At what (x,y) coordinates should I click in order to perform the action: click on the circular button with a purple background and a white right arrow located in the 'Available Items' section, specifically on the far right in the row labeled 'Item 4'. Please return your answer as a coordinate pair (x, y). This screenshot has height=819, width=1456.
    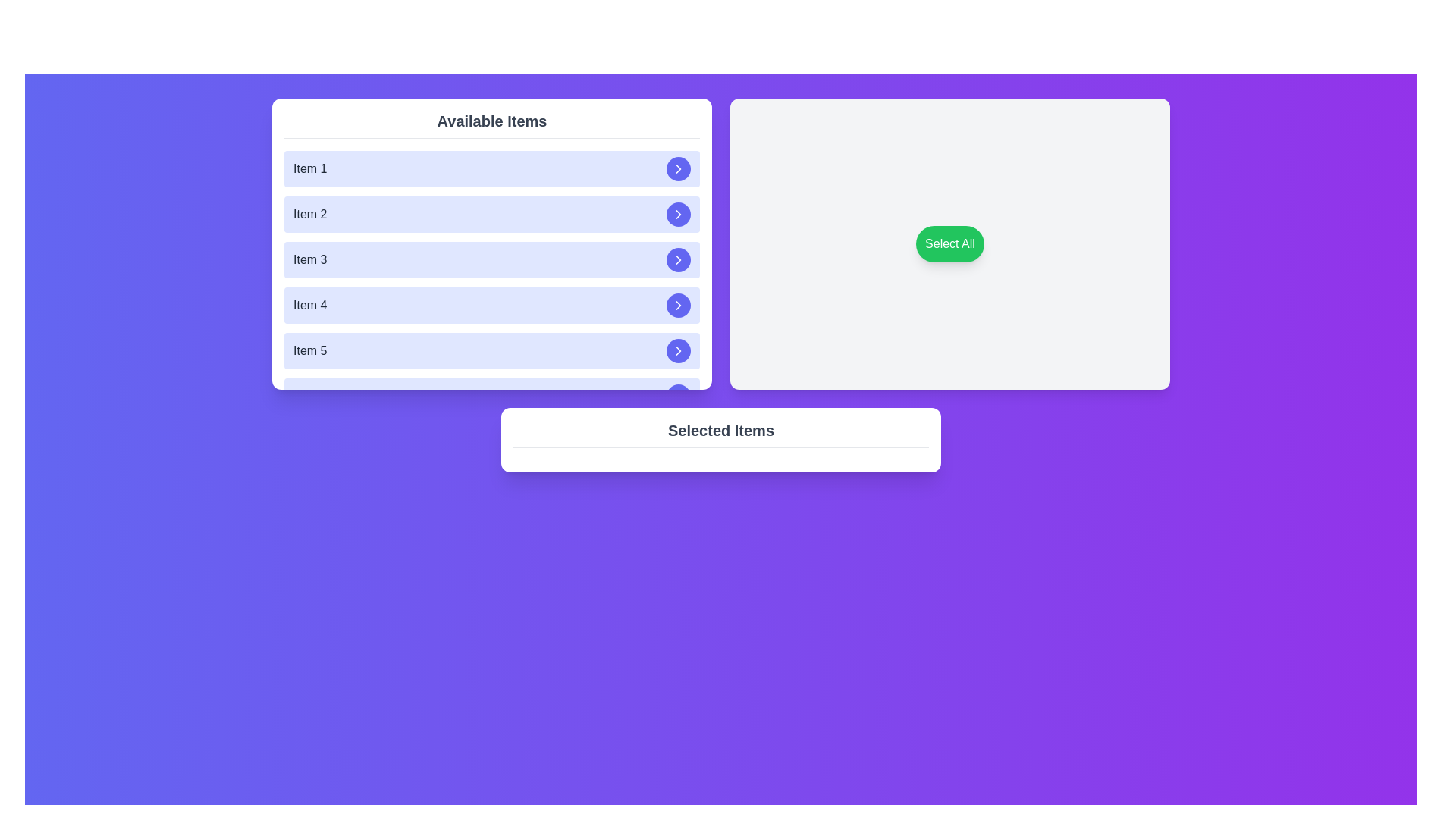
    Looking at the image, I should click on (677, 305).